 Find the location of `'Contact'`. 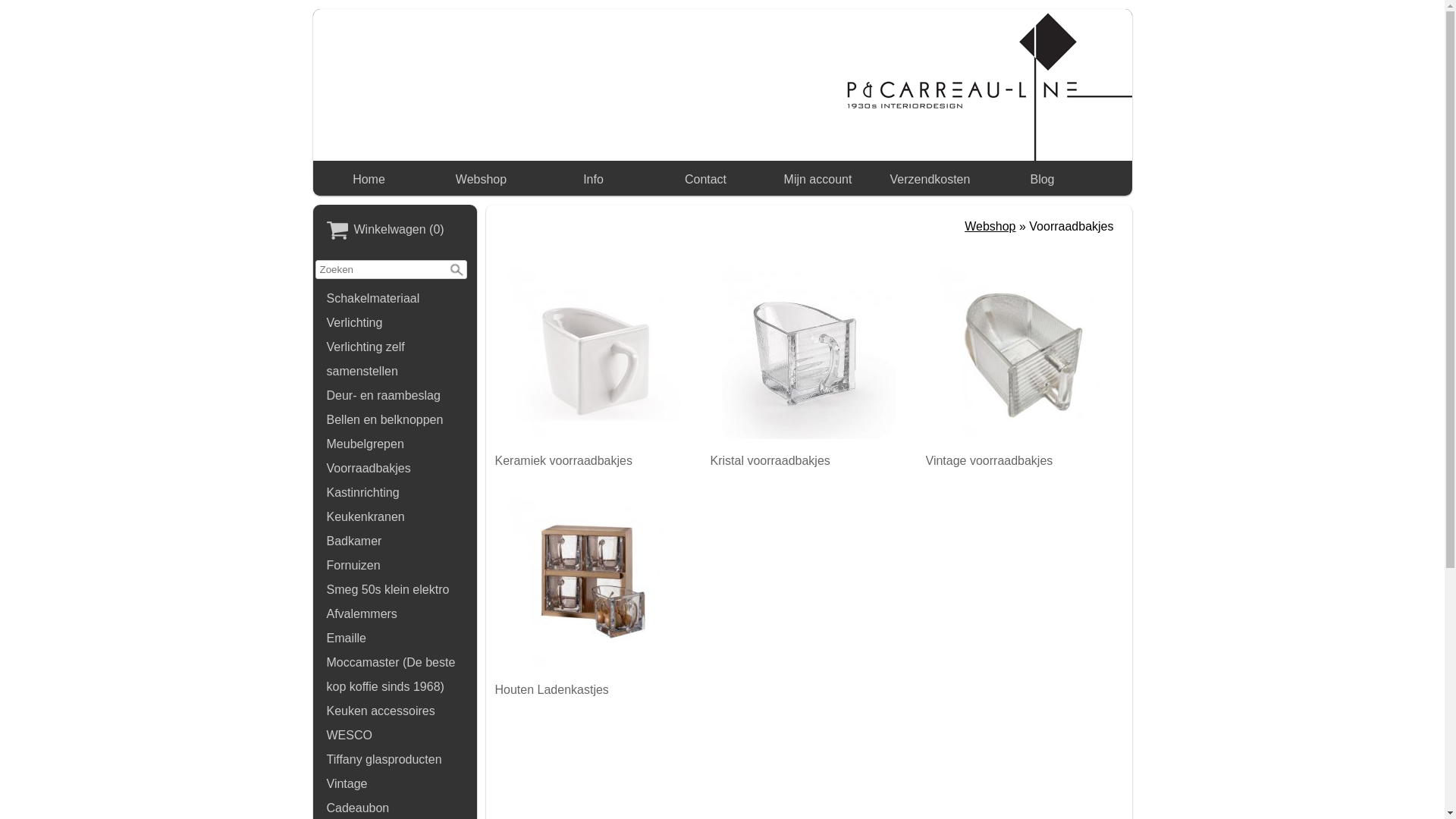

'Contact' is located at coordinates (705, 178).